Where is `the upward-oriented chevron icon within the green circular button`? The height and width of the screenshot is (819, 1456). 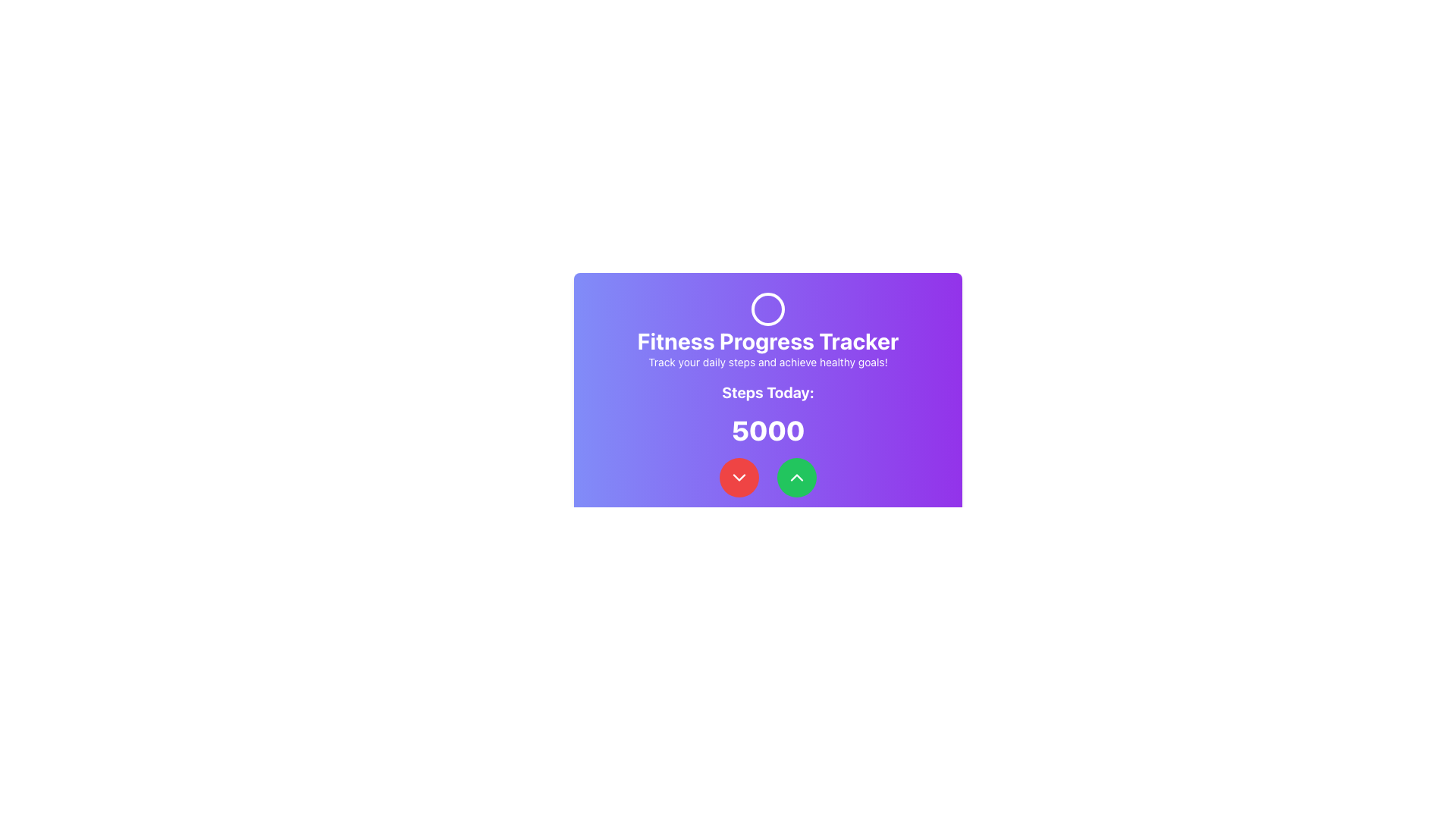
the upward-oriented chevron icon within the green circular button is located at coordinates (796, 476).